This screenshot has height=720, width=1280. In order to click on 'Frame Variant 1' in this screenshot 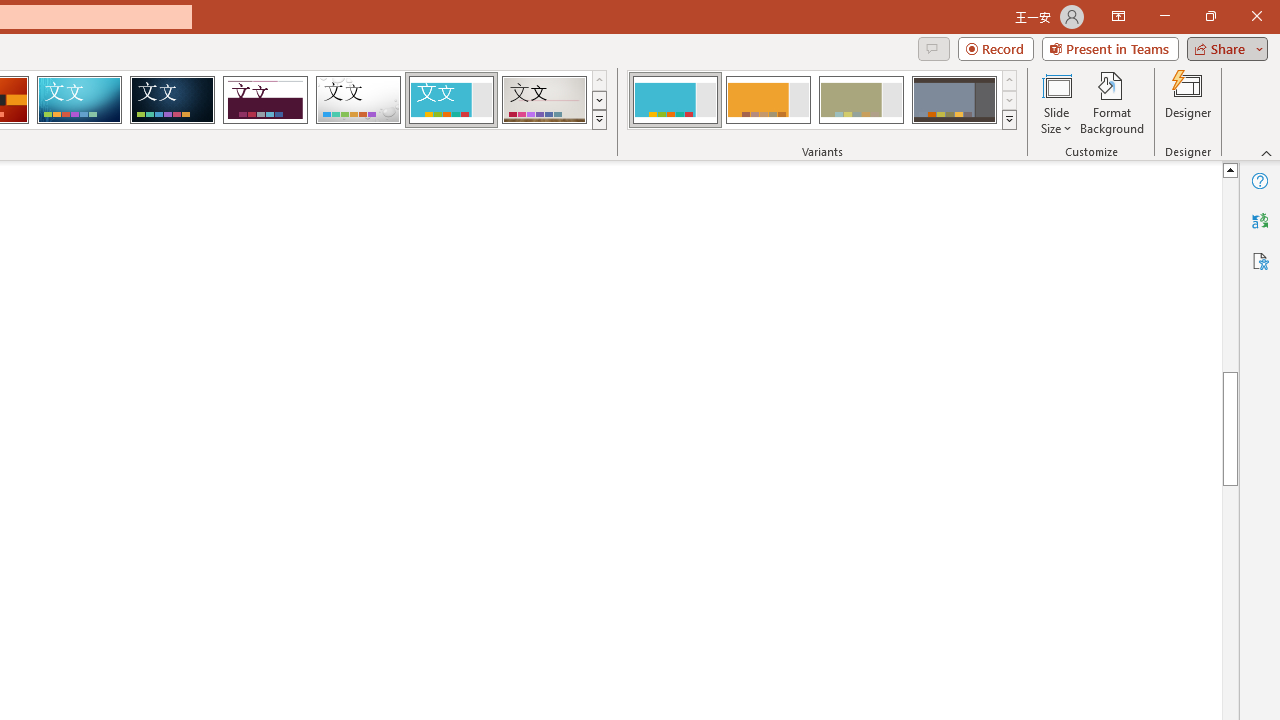, I will do `click(675, 100)`.